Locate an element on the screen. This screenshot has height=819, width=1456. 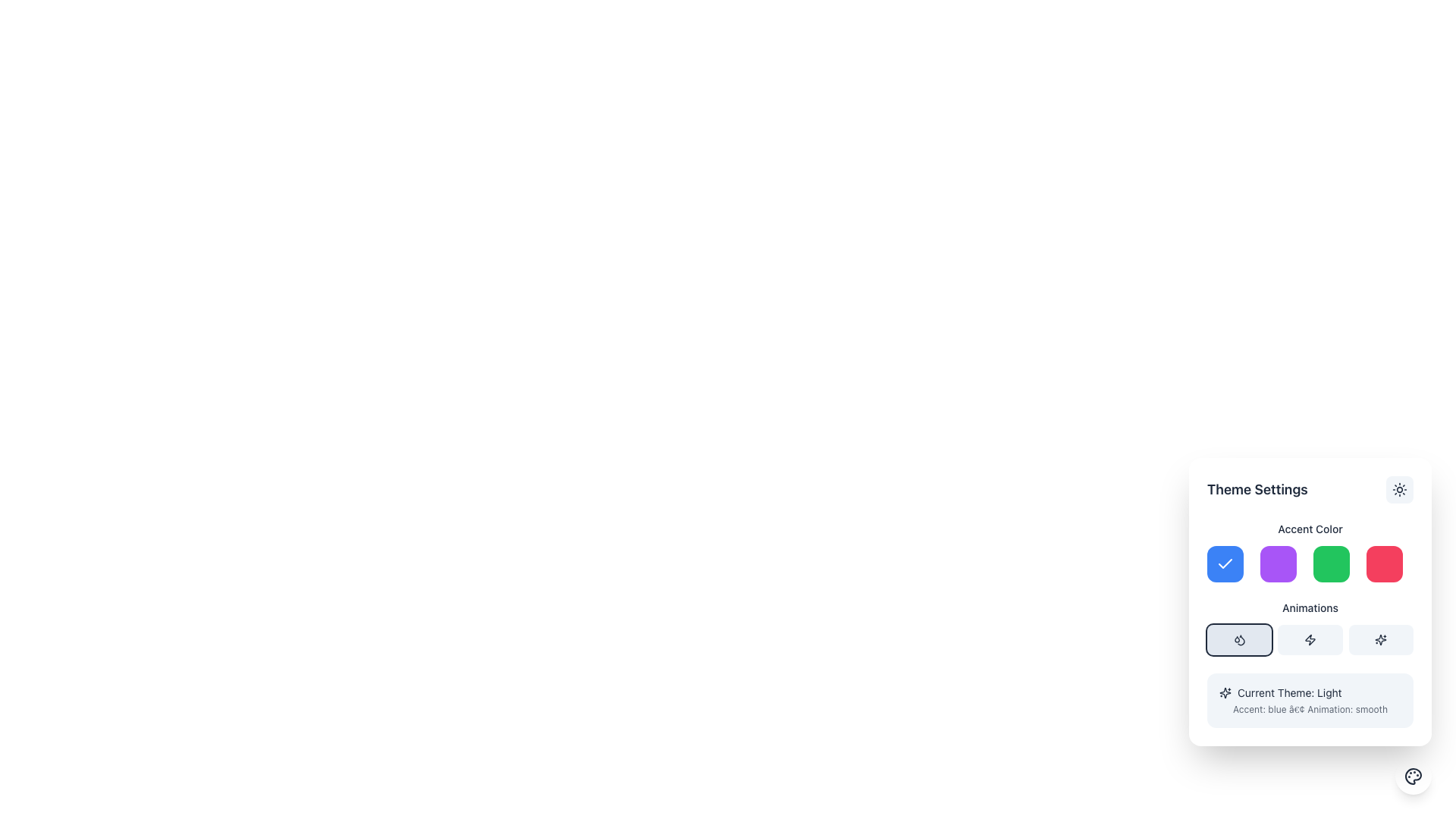
the 'Animations' label/text display, which is a small, bold text element situated in the center of the card interface, below the color options is located at coordinates (1310, 607).